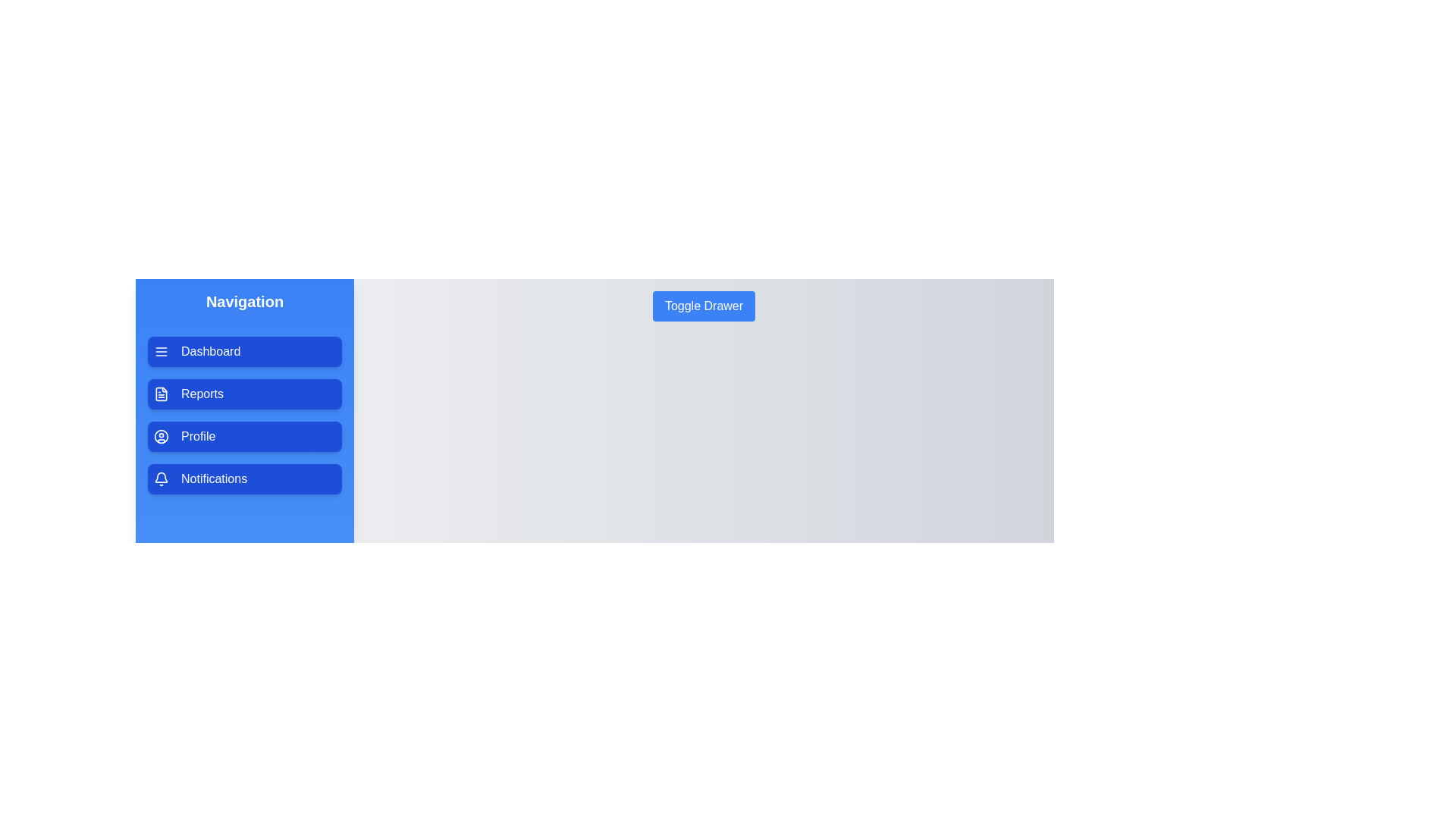  Describe the element at coordinates (244, 479) in the screenshot. I see `the menu item Notifications to observe its hover effect` at that location.